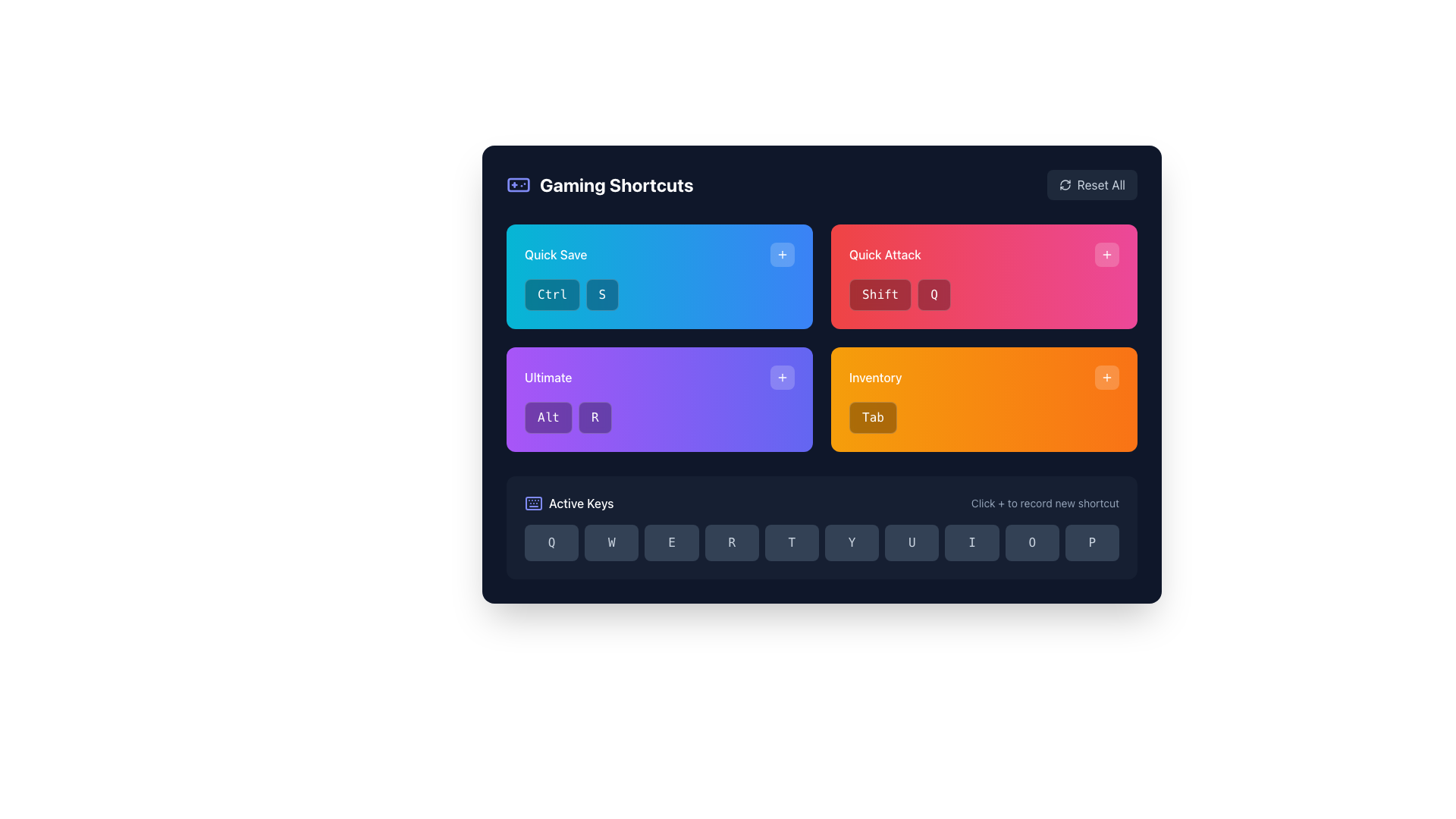 The image size is (1456, 819). What do you see at coordinates (611, 542) in the screenshot?
I see `the 'W' button located in the lower portion of the interface, which is positioned between the 'Q' and 'E' buttons` at bounding box center [611, 542].